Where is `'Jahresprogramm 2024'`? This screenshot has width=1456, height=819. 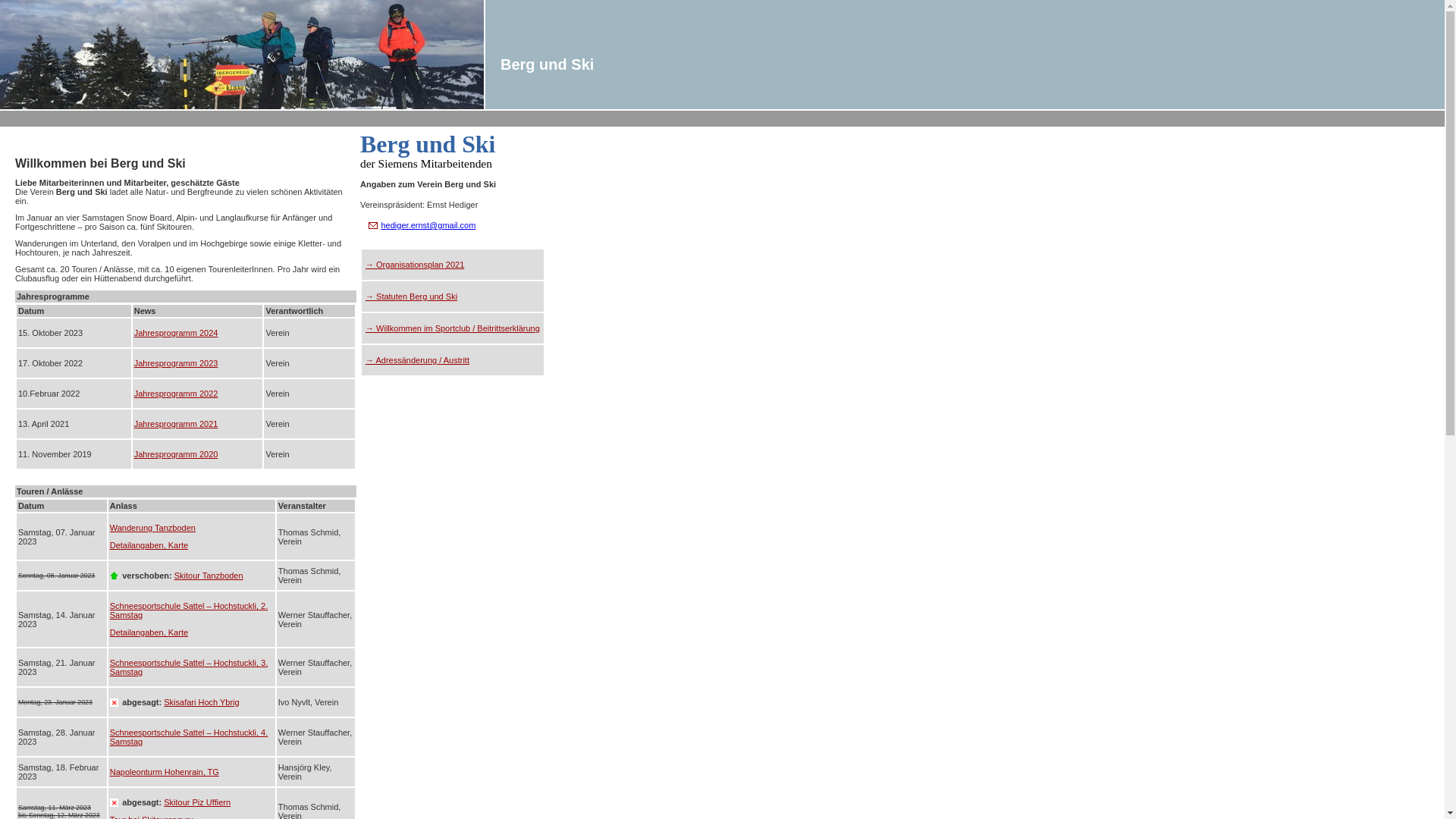
'Jahresprogramm 2024' is located at coordinates (176, 332).